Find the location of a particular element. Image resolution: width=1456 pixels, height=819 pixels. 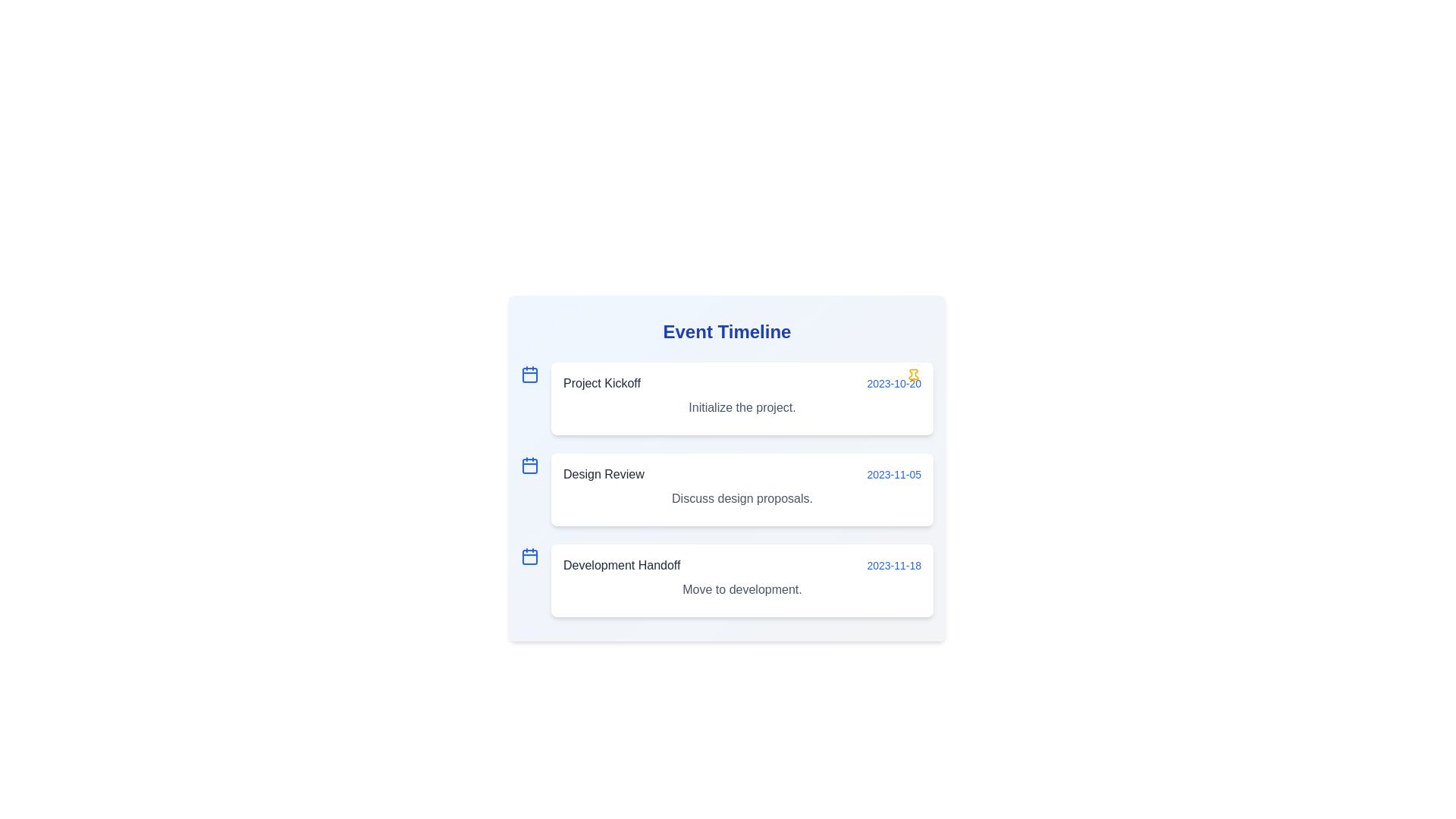

the decorative icon for the event titled 'Project Kickoff' is located at coordinates (530, 374).